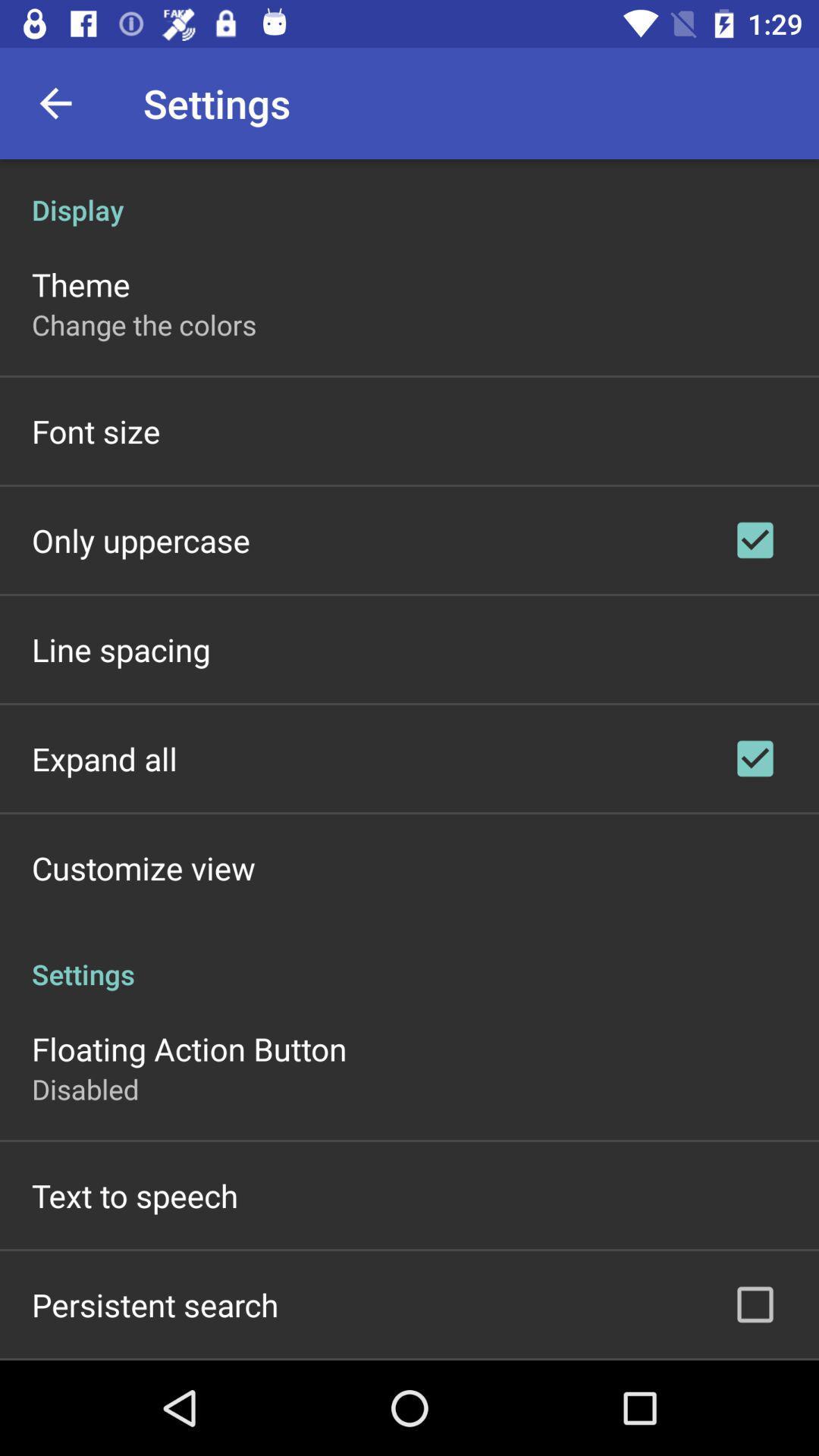  What do you see at coordinates (80, 284) in the screenshot?
I see `item above the change the colors` at bounding box center [80, 284].